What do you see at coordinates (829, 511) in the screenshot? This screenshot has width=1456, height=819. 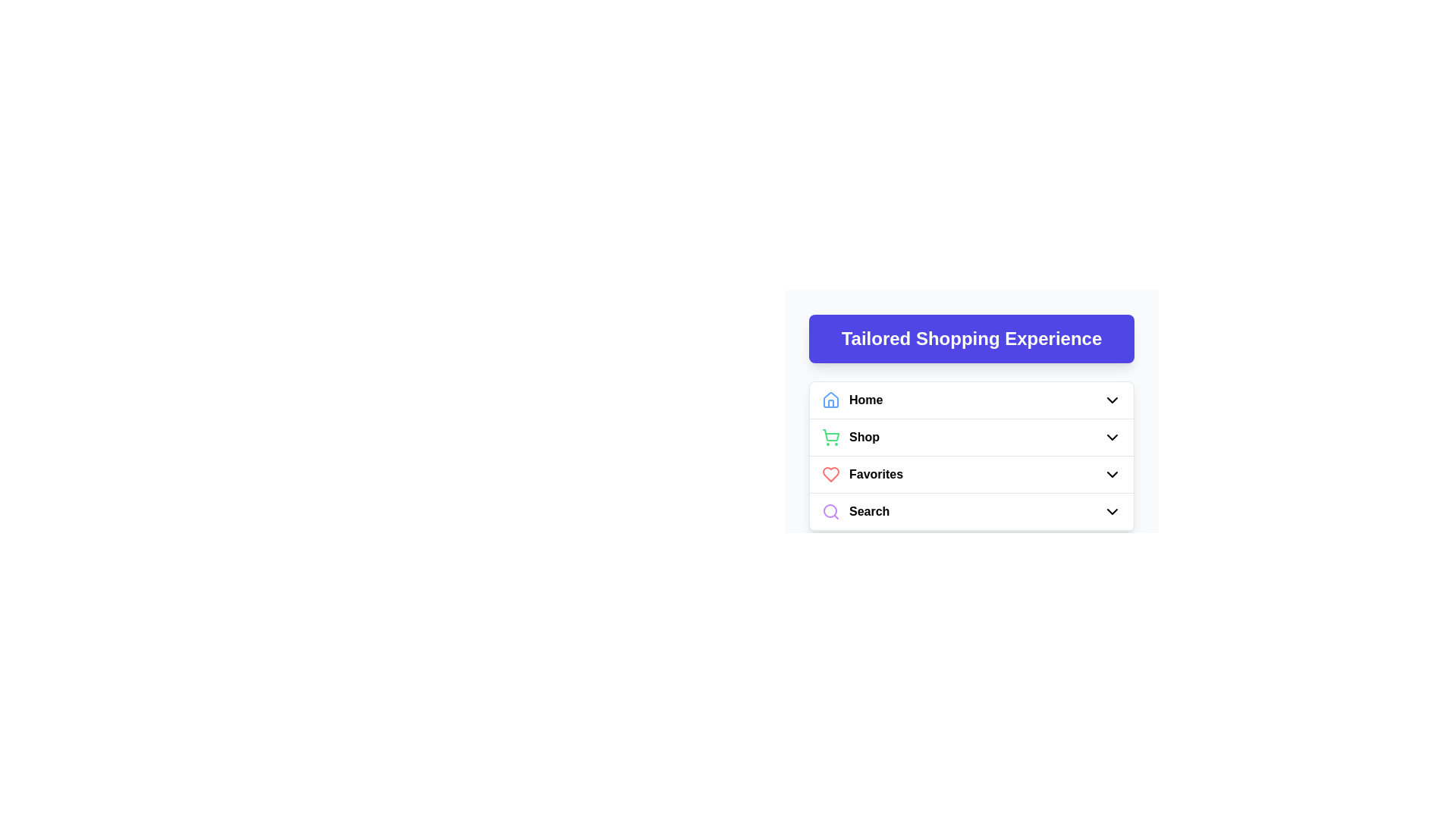 I see `the lens part of the magnifying glass icon, which represents the search function in the 'Search' menu item of the navigation options` at bounding box center [829, 511].